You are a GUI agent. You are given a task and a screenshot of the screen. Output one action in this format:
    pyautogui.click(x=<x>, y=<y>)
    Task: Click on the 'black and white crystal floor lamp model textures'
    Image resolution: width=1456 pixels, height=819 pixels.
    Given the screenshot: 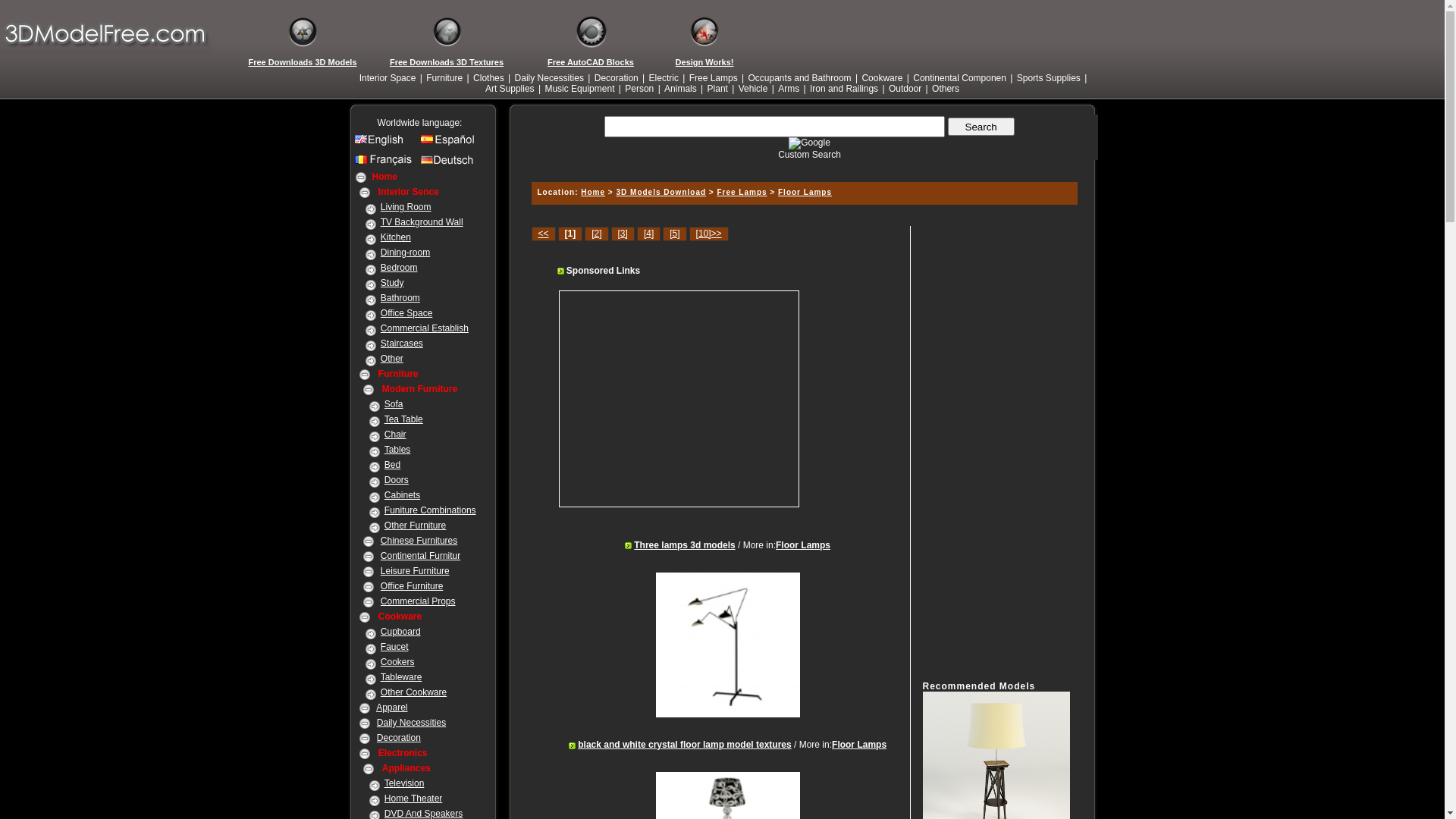 What is the action you would take?
    pyautogui.click(x=683, y=744)
    